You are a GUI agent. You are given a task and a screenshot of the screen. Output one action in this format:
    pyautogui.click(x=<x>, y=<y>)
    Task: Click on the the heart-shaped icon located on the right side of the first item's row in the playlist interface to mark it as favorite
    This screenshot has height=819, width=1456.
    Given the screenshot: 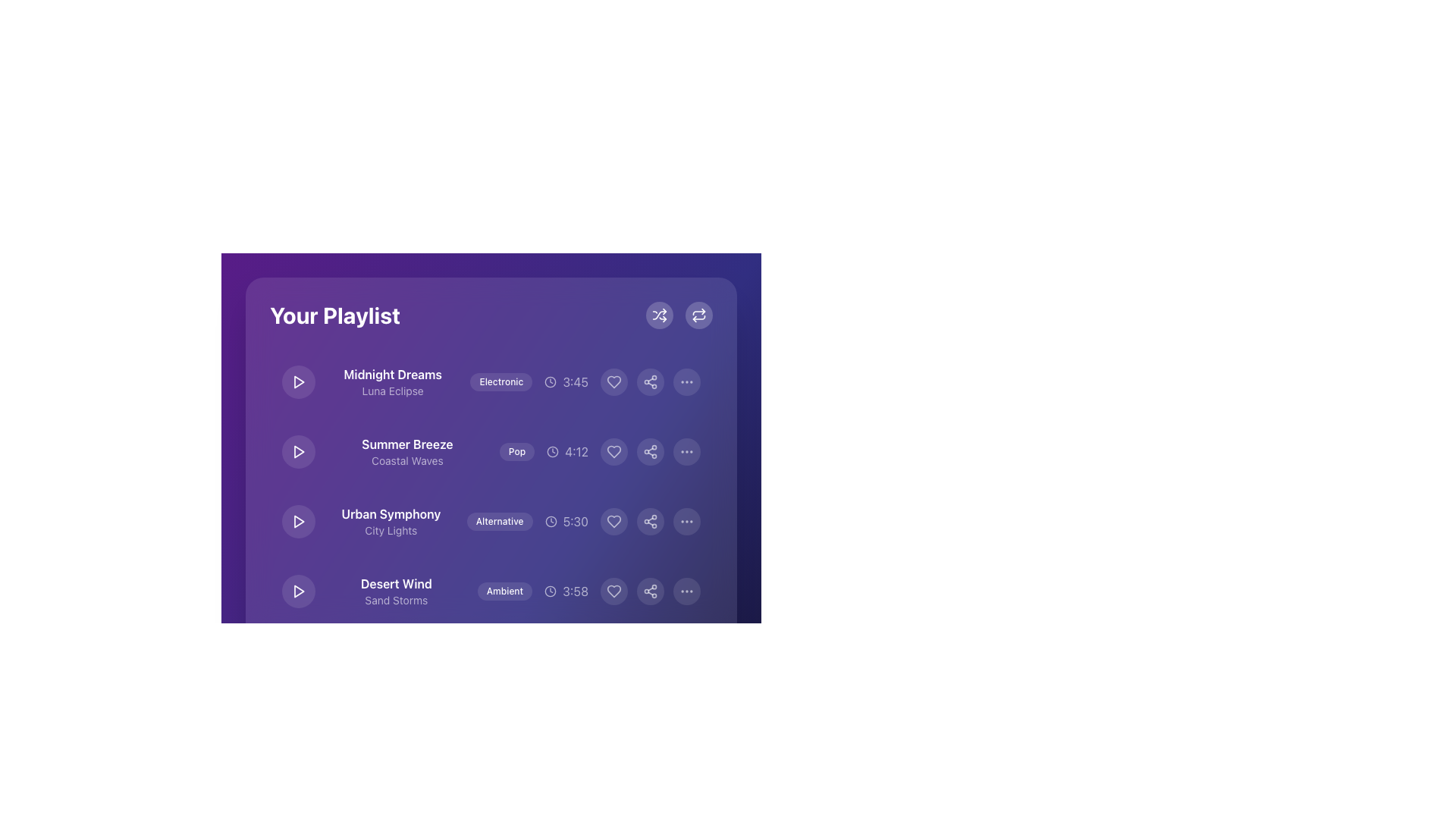 What is the action you would take?
    pyautogui.click(x=614, y=381)
    